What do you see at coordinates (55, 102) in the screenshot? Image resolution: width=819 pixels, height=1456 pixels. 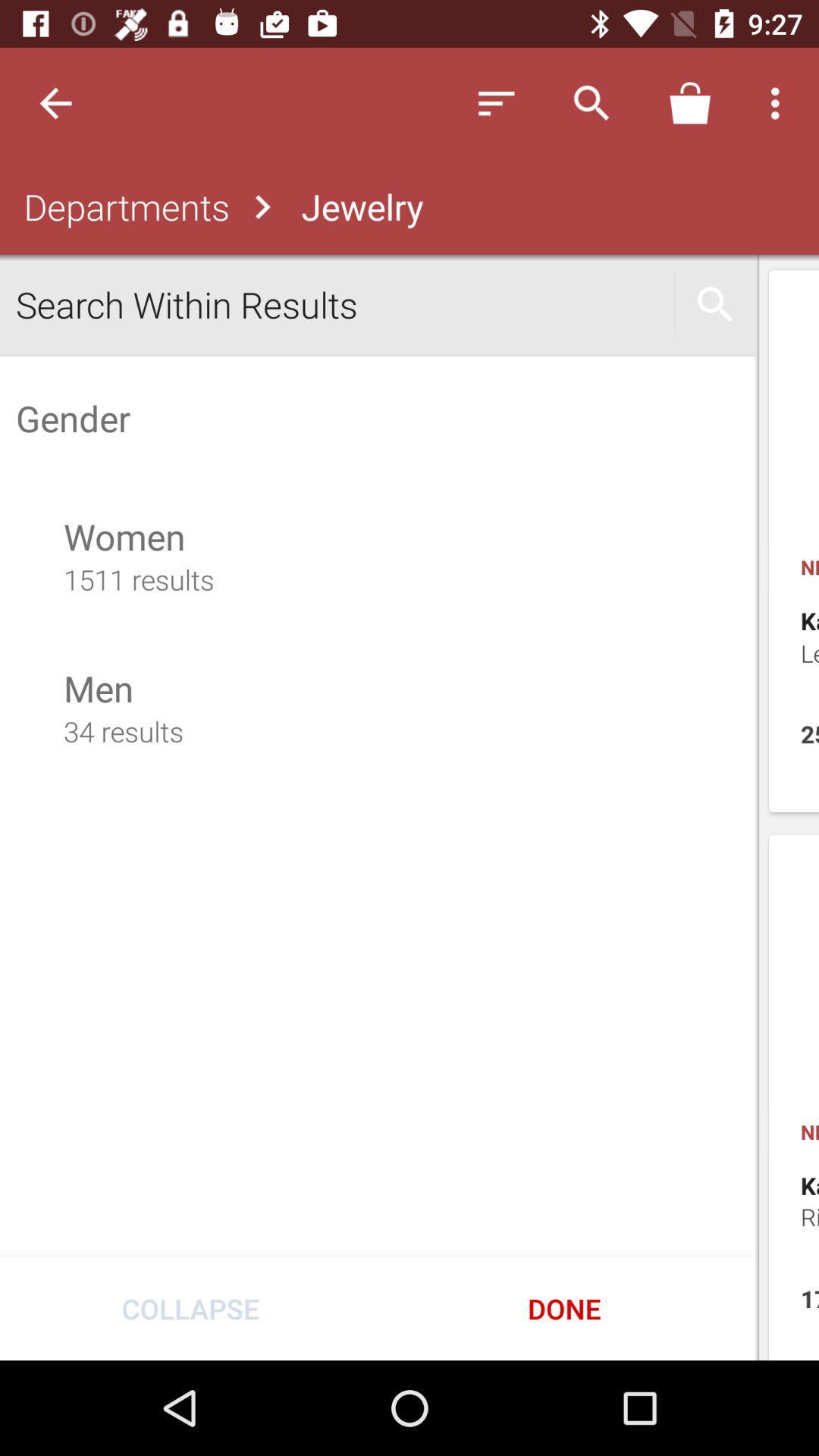 I see `the icon above the departments` at bounding box center [55, 102].